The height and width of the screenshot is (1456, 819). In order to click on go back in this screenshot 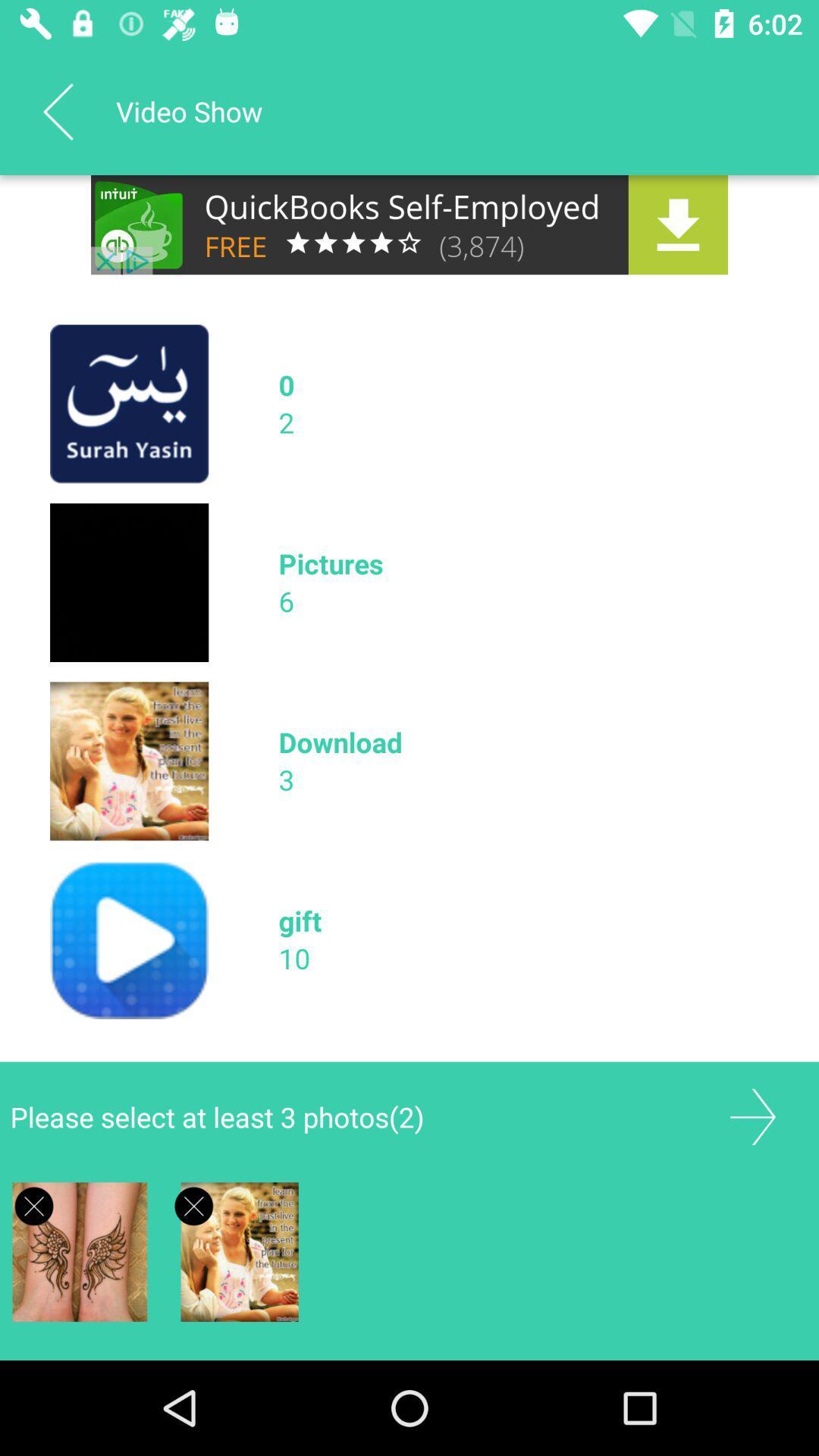, I will do `click(57, 111)`.